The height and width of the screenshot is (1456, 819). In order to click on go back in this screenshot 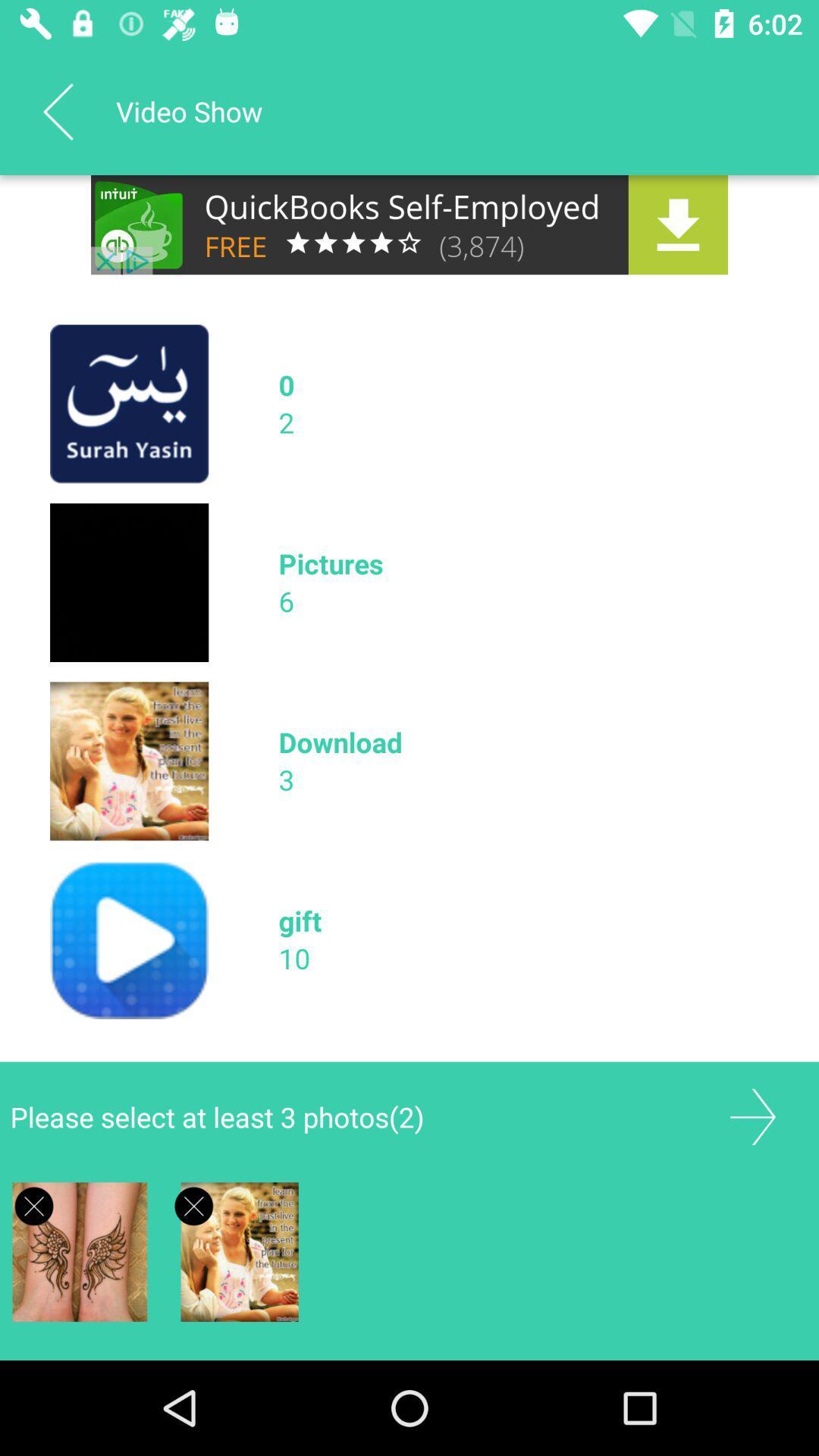, I will do `click(57, 111)`.